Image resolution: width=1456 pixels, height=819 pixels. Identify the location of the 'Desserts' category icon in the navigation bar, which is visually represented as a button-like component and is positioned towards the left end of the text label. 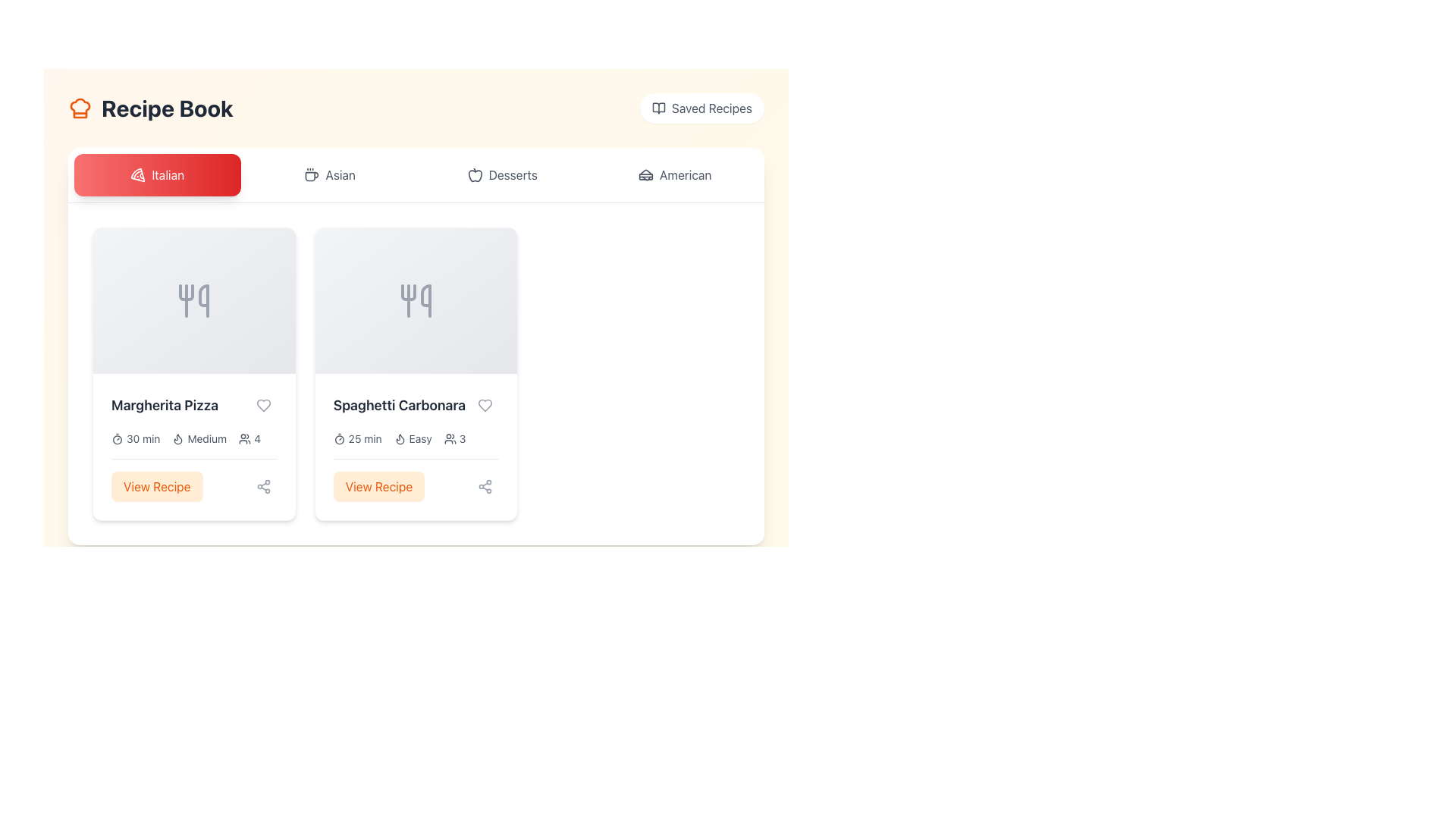
(474, 174).